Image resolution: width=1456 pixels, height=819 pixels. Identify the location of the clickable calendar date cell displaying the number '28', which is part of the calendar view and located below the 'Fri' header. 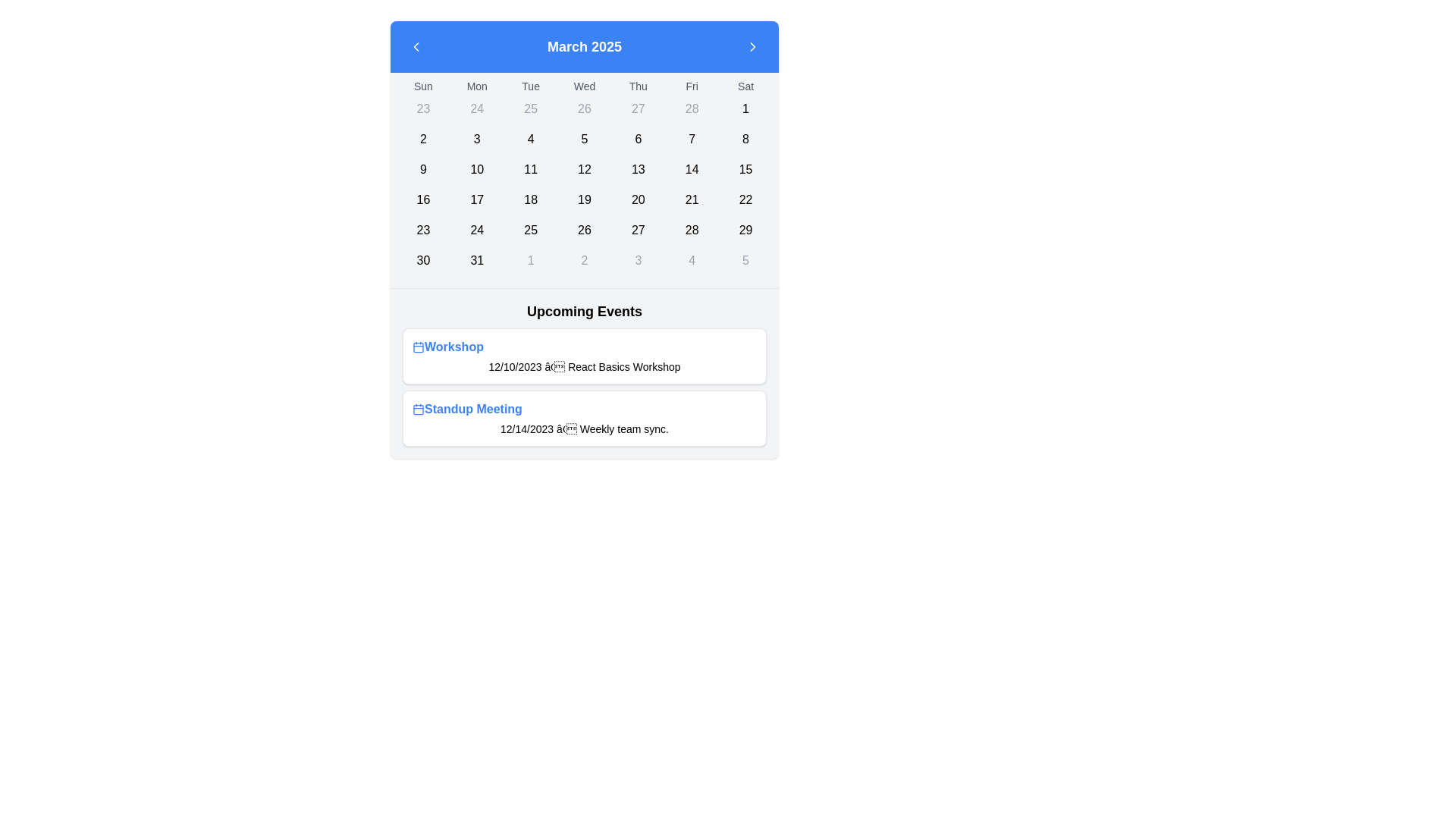
(691, 231).